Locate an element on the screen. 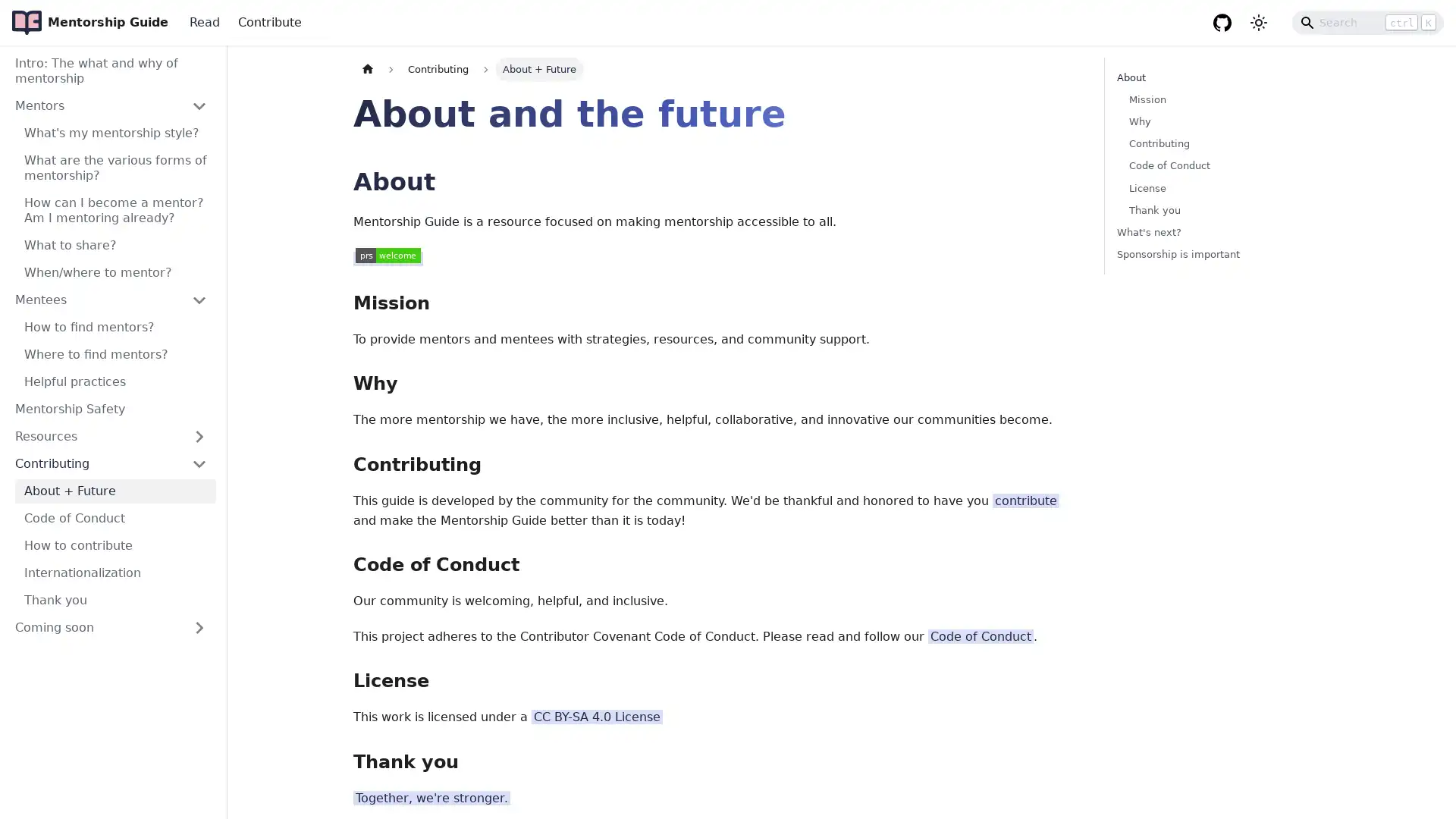 Image resolution: width=1456 pixels, height=819 pixels. Toggle the collapsible sidebar category 'Mentors' is located at coordinates (199, 105).